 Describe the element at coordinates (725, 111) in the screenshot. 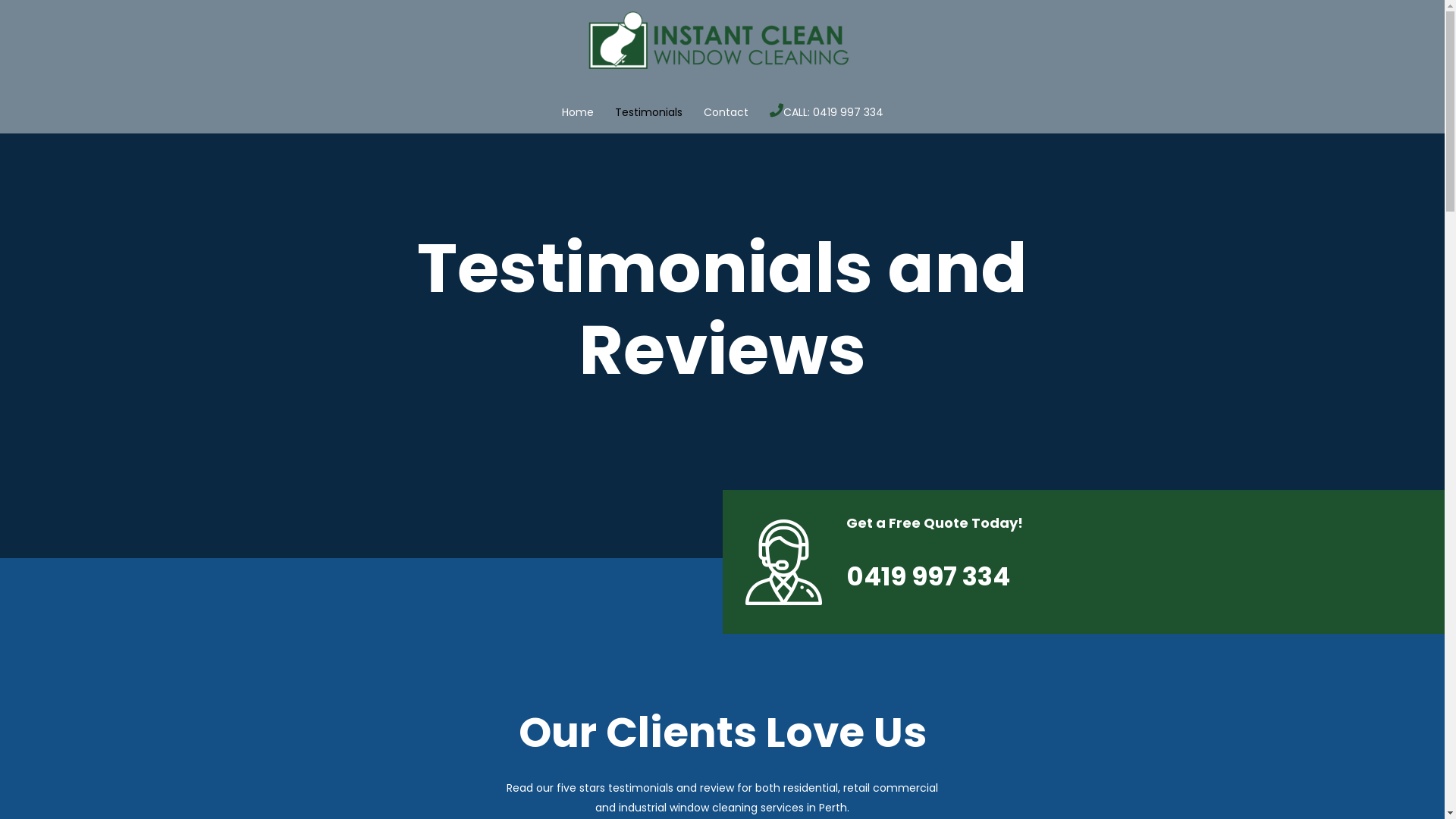

I see `'Contact'` at that location.